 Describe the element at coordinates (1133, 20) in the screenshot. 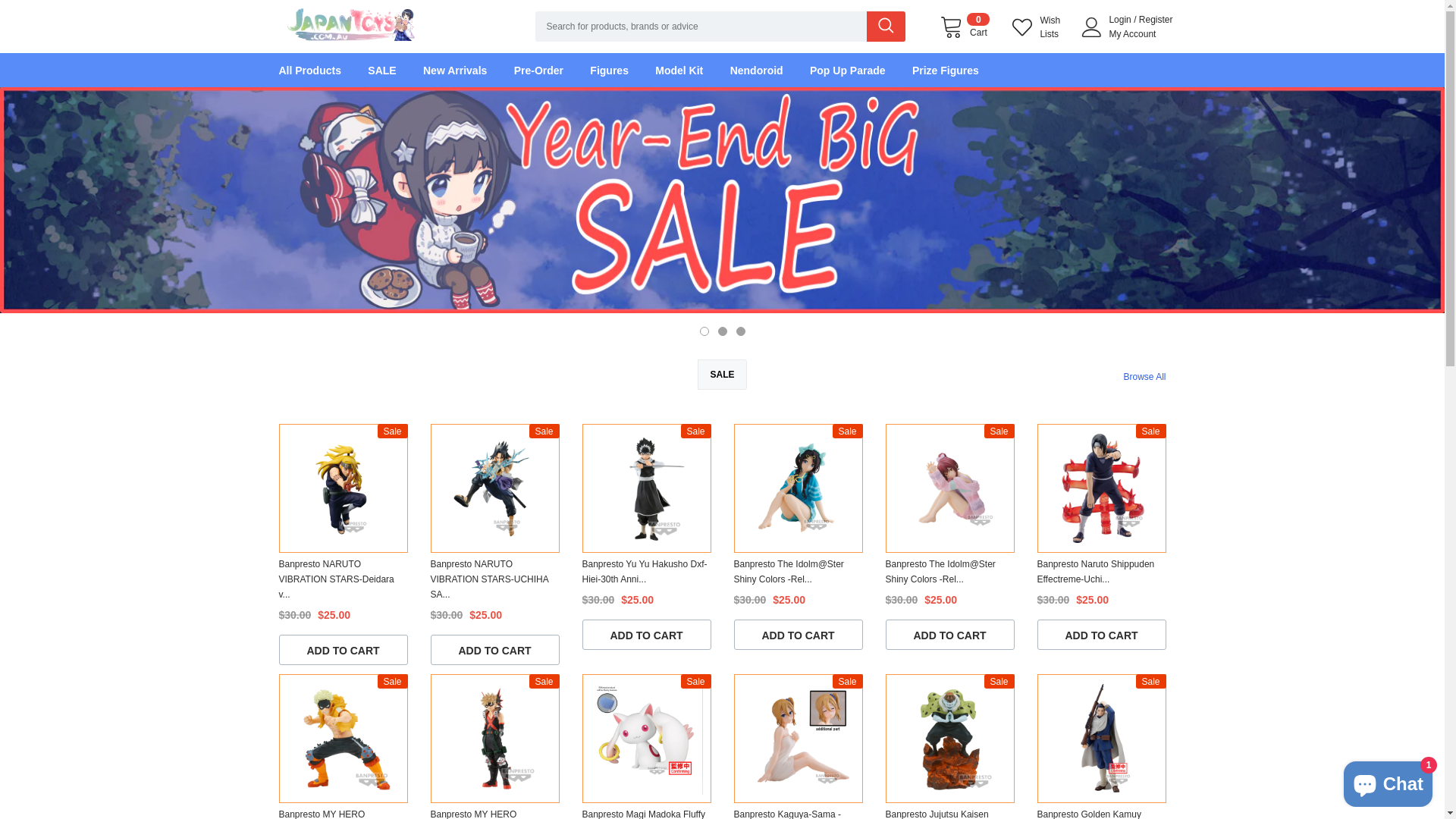

I see `'/'` at that location.